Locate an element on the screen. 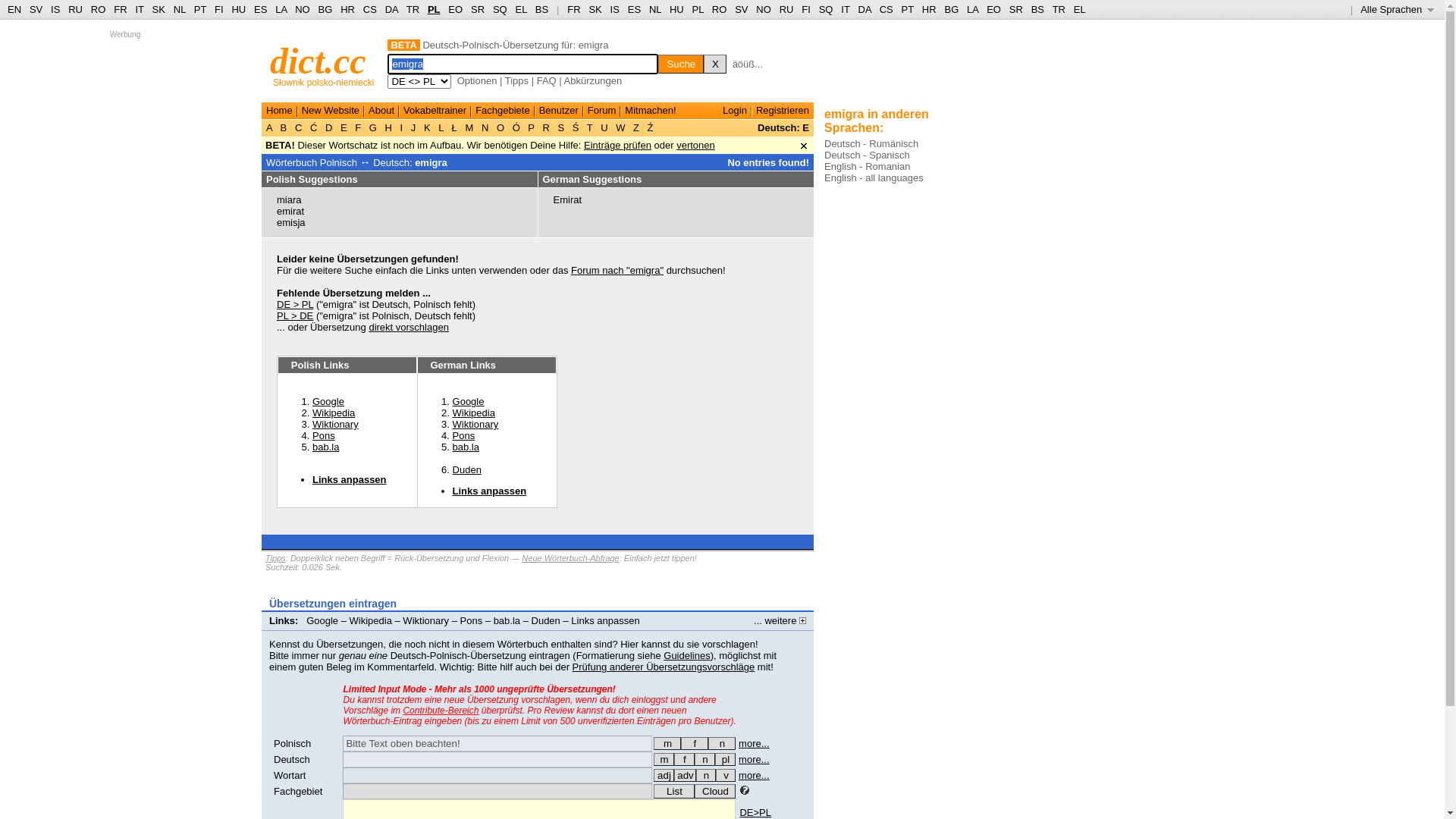 The image size is (1456, 819). 'Tipps' is located at coordinates (516, 80).